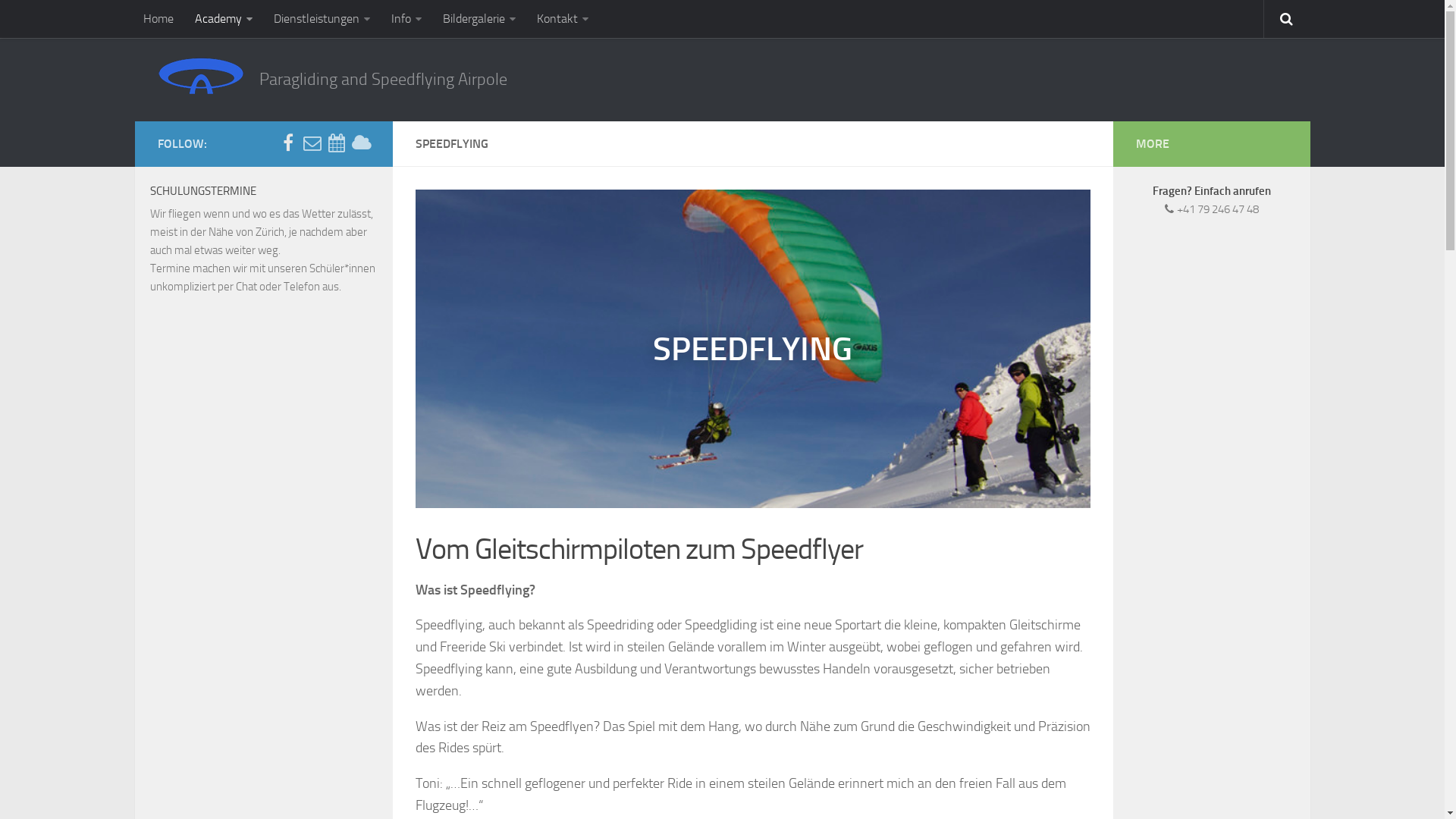 Image resolution: width=1456 pixels, height=819 pixels. I want to click on 'Newsletter', so click(312, 143).